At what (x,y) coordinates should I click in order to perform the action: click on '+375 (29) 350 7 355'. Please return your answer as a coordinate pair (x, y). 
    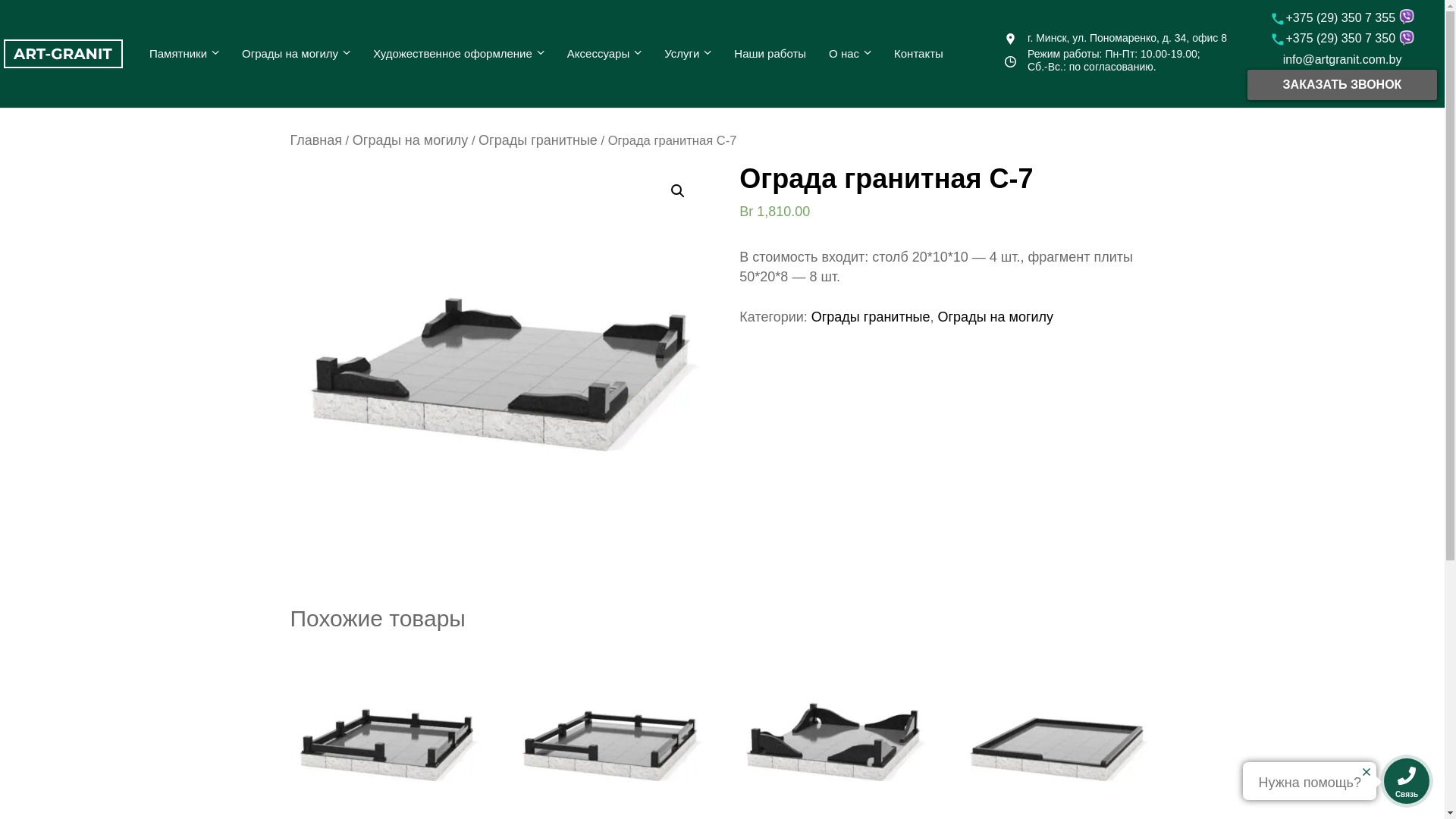
    Looking at the image, I should click on (1333, 17).